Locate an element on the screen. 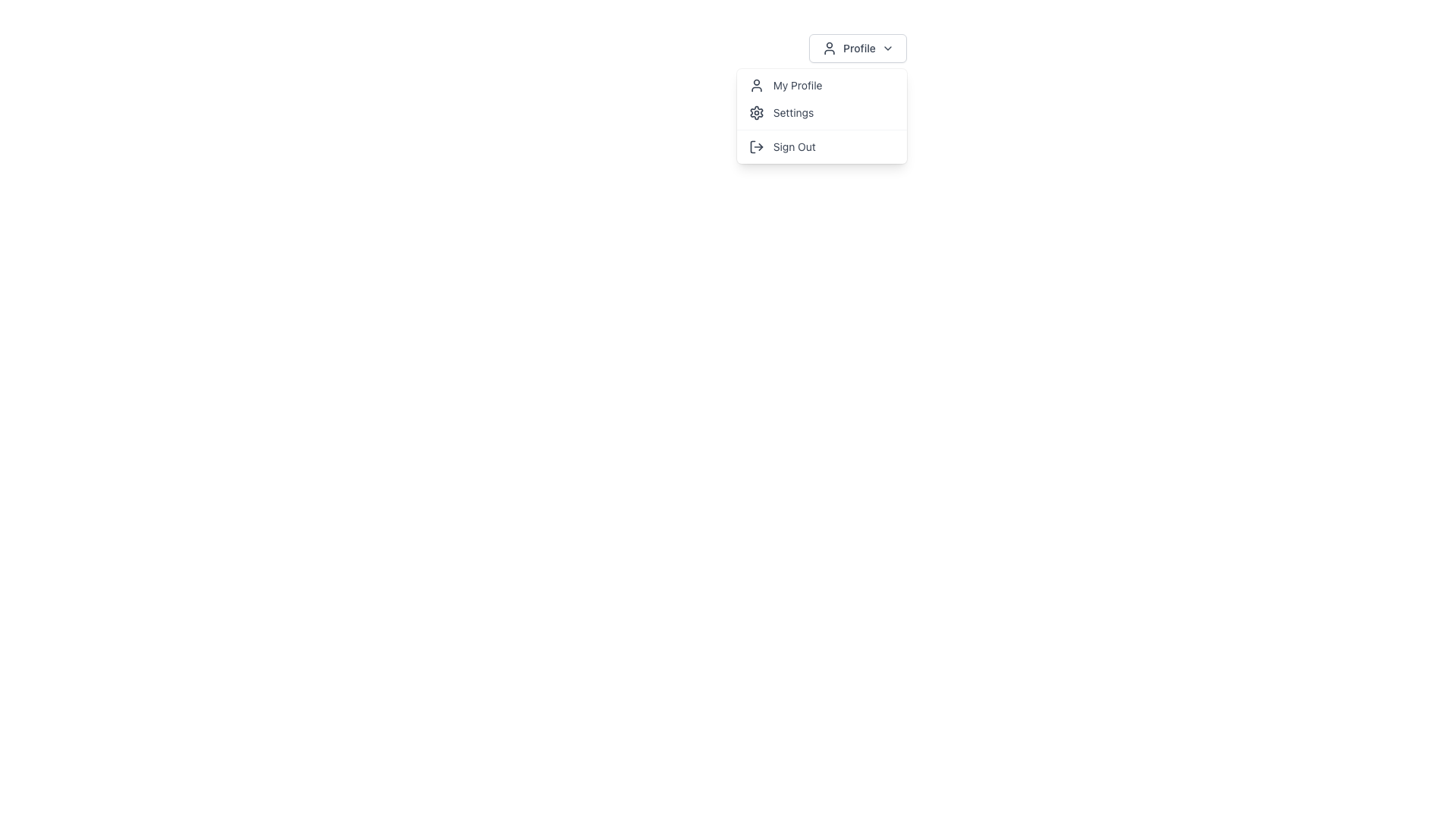 The width and height of the screenshot is (1456, 819). the dropdown menu icon next to the 'Profile' button is located at coordinates (887, 48).